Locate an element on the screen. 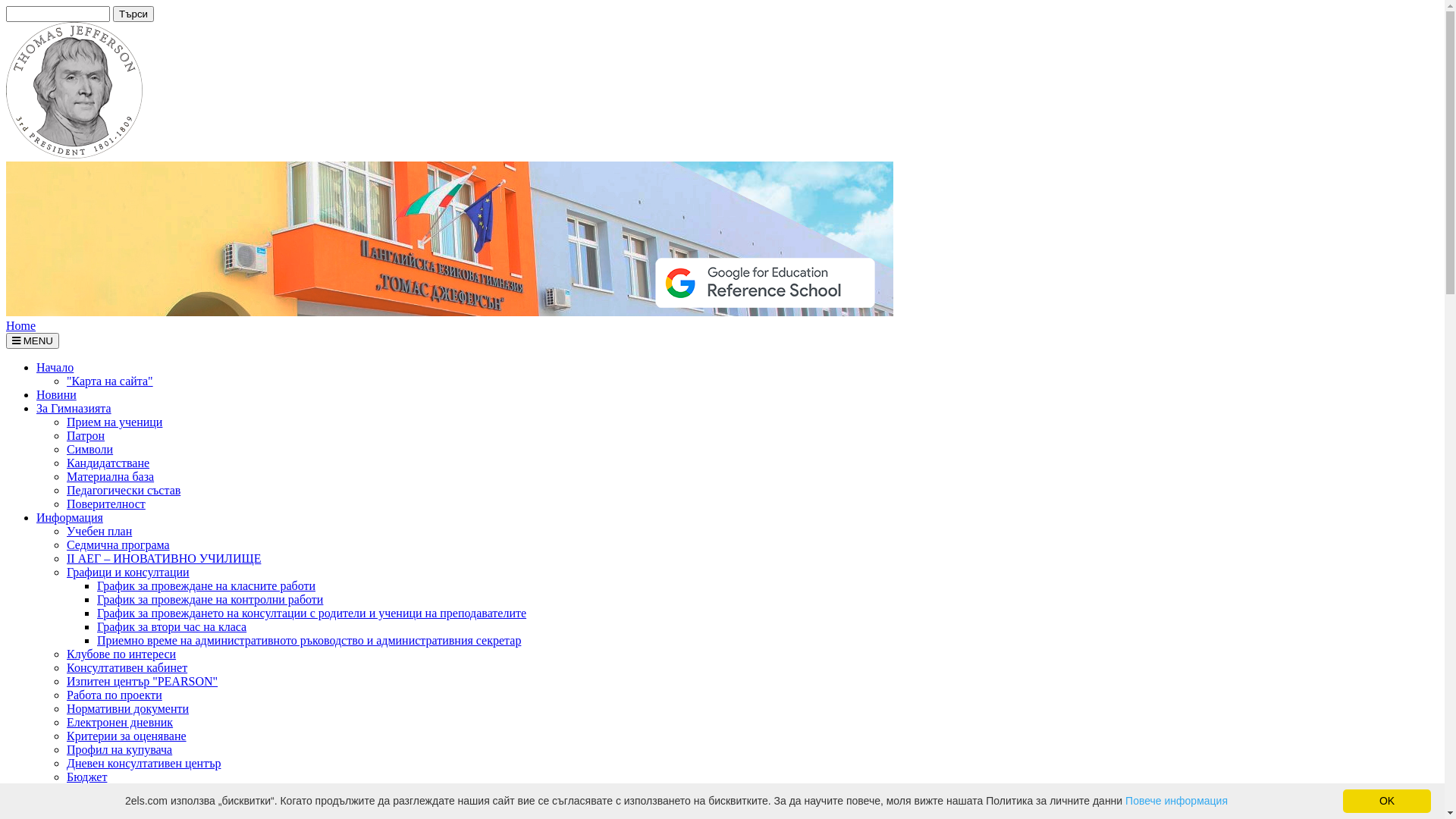 Image resolution: width=1456 pixels, height=819 pixels. 'MENU' is located at coordinates (33, 340).